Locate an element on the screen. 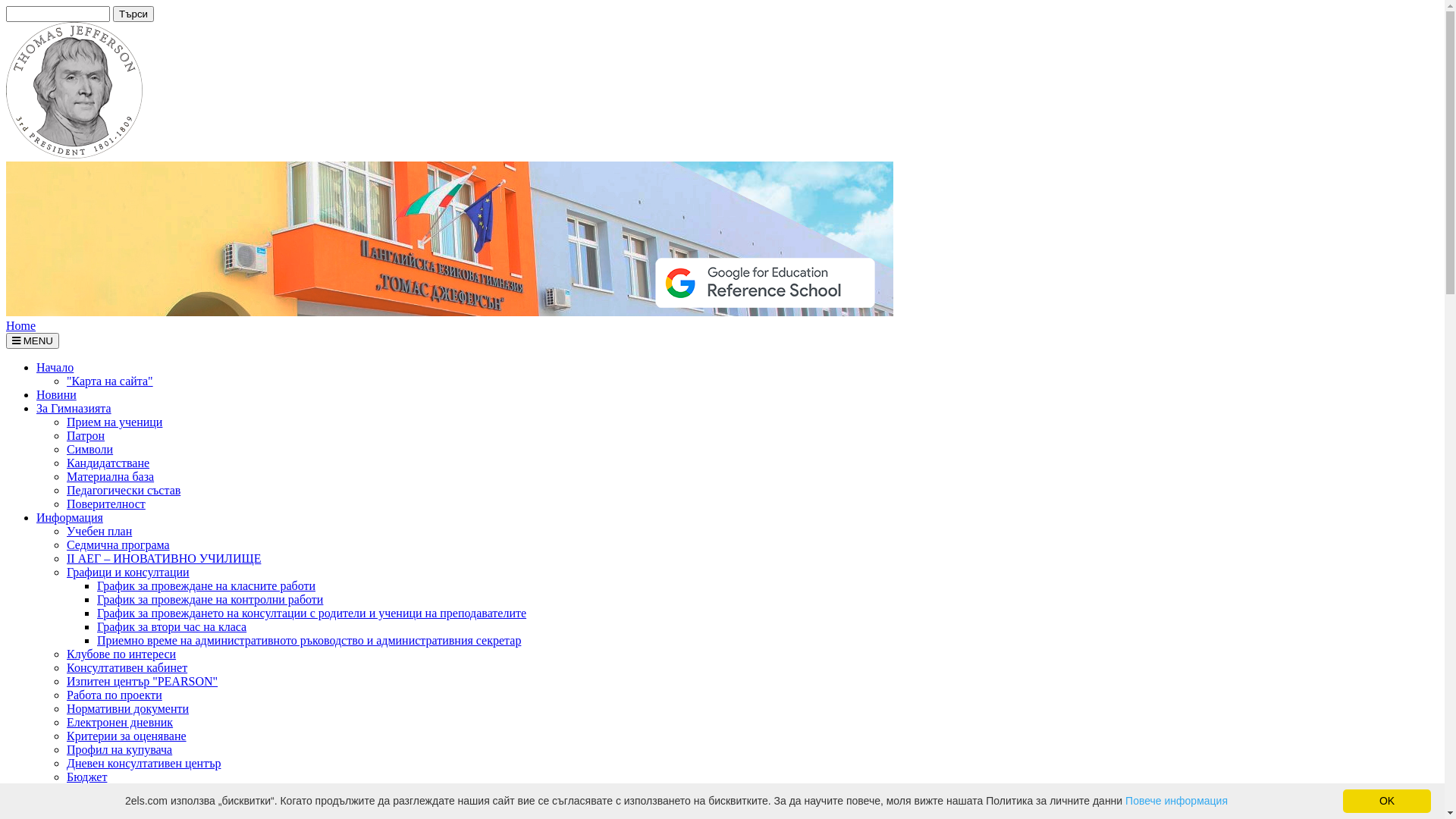 Image resolution: width=1456 pixels, height=819 pixels. 'MENU' is located at coordinates (33, 340).